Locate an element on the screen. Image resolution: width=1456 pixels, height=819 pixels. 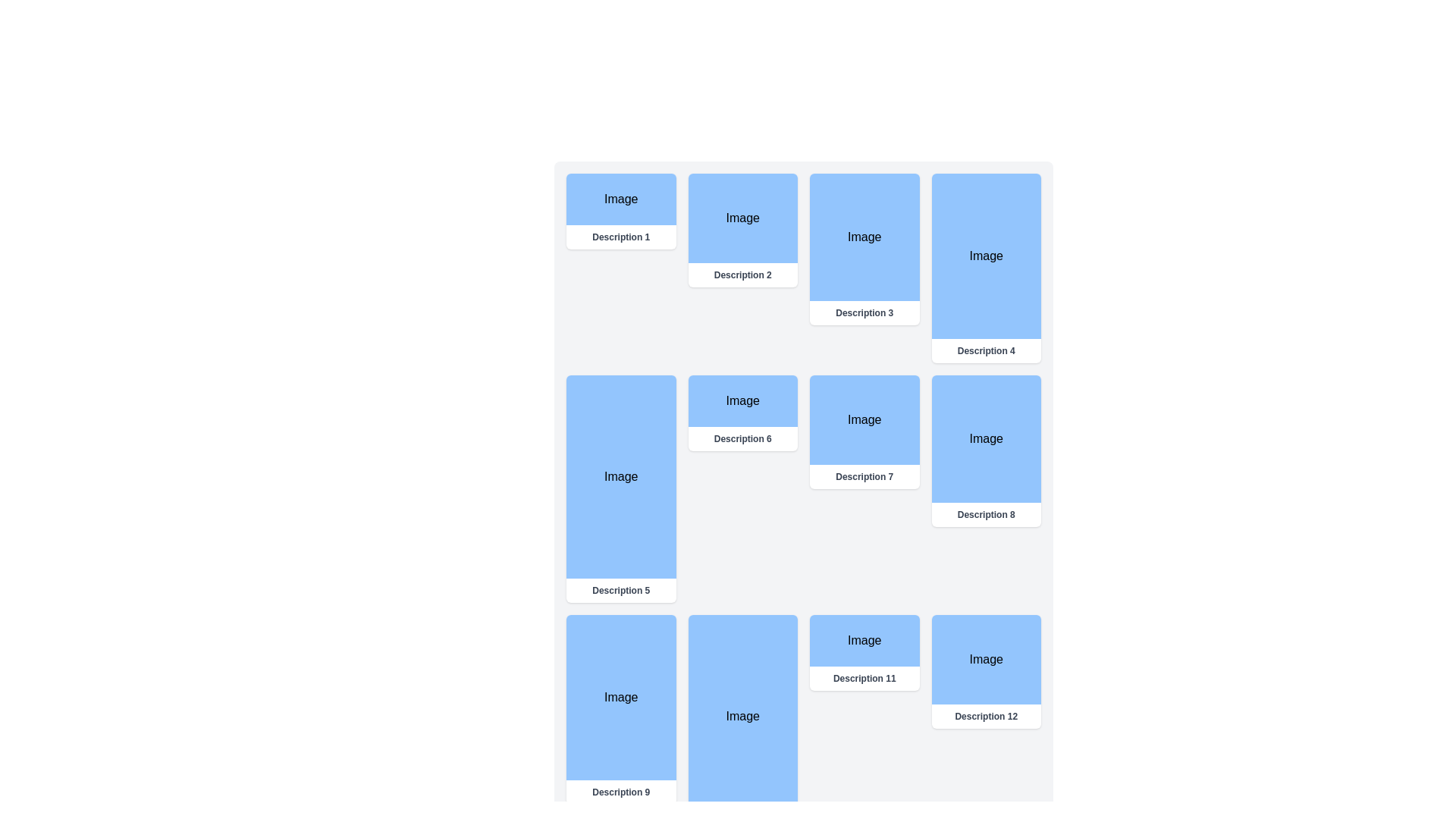
the second card in the first row of a grid, which displays an image placeholder and a description, located between 'Description 1' and 'Description 3' is located at coordinates (742, 231).